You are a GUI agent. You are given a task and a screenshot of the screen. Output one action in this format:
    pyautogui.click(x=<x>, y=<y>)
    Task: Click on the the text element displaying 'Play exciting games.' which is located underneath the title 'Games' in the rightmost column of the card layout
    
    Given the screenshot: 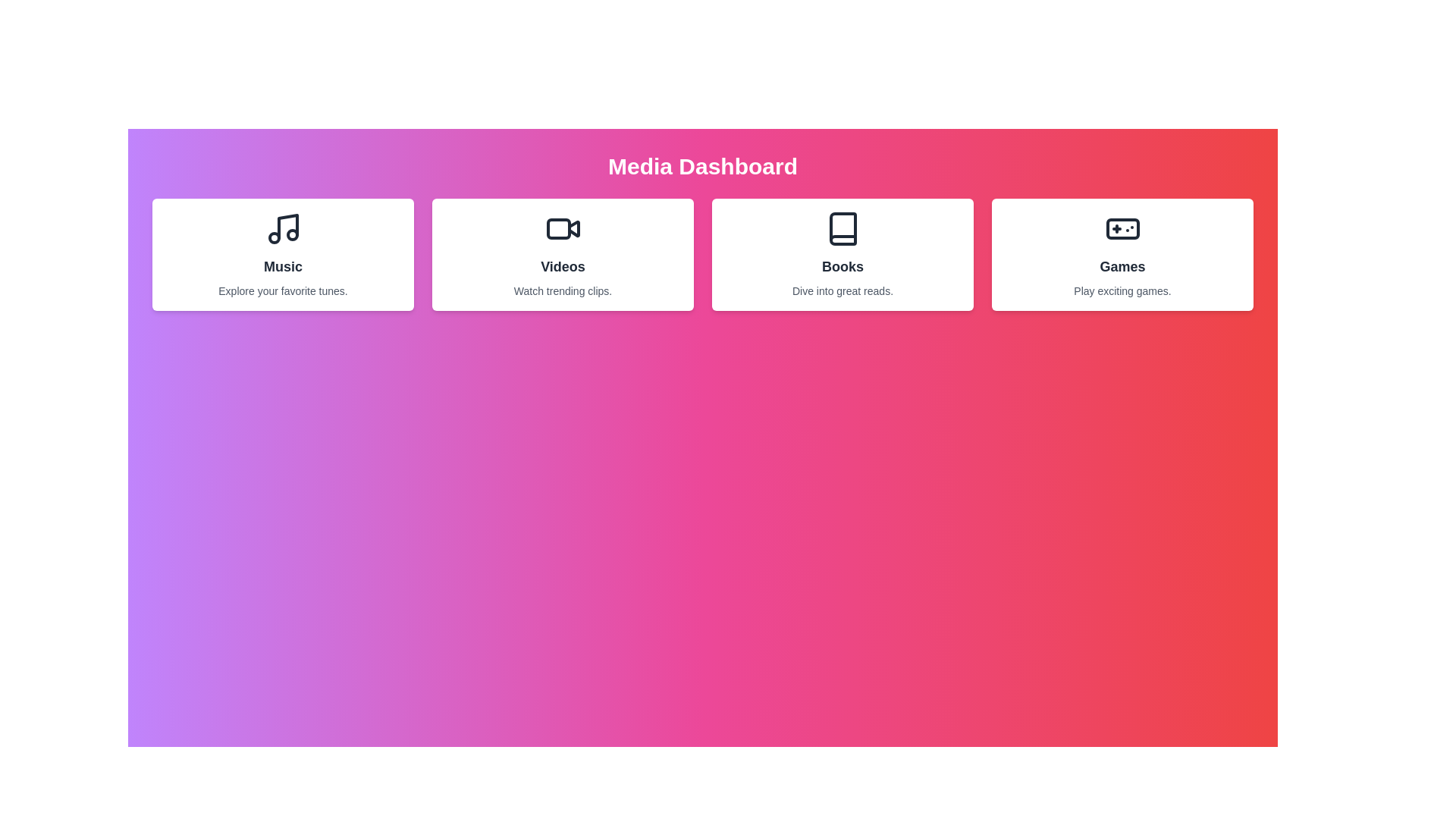 What is the action you would take?
    pyautogui.click(x=1122, y=291)
    